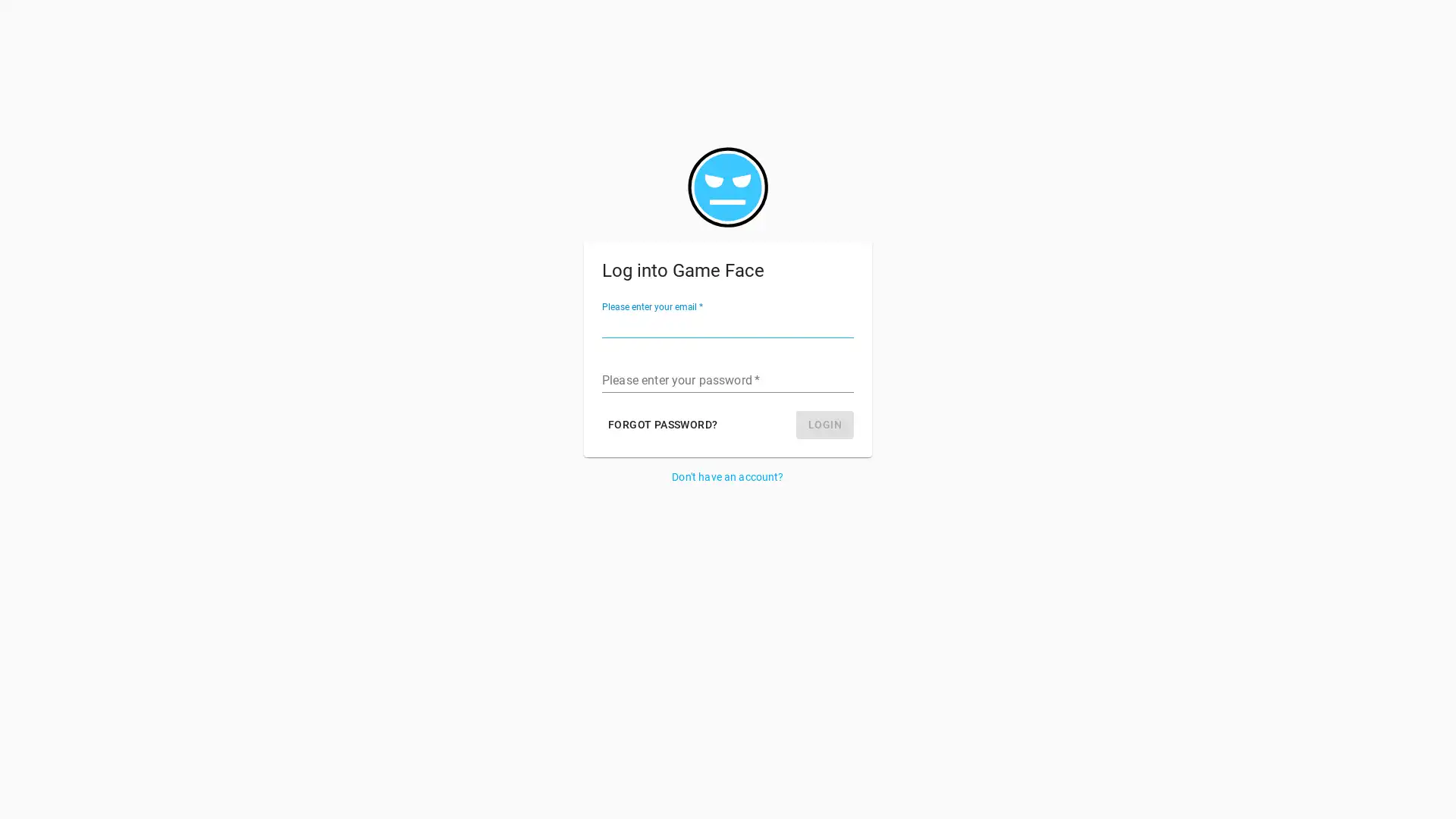 The height and width of the screenshot is (819, 1456). I want to click on LOGIN, so click(824, 424).